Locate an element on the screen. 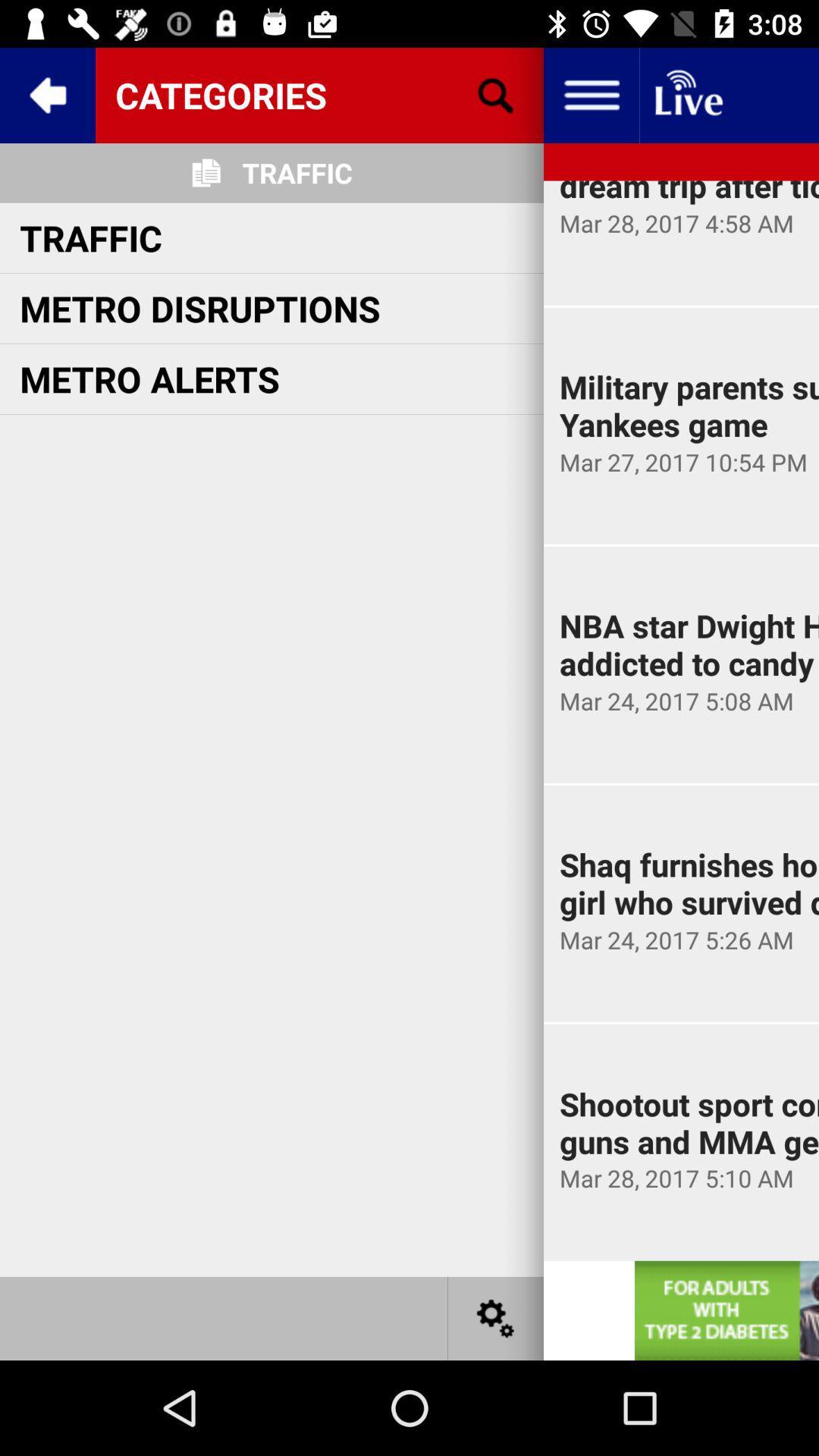  the open menu is located at coordinates (46, 94).